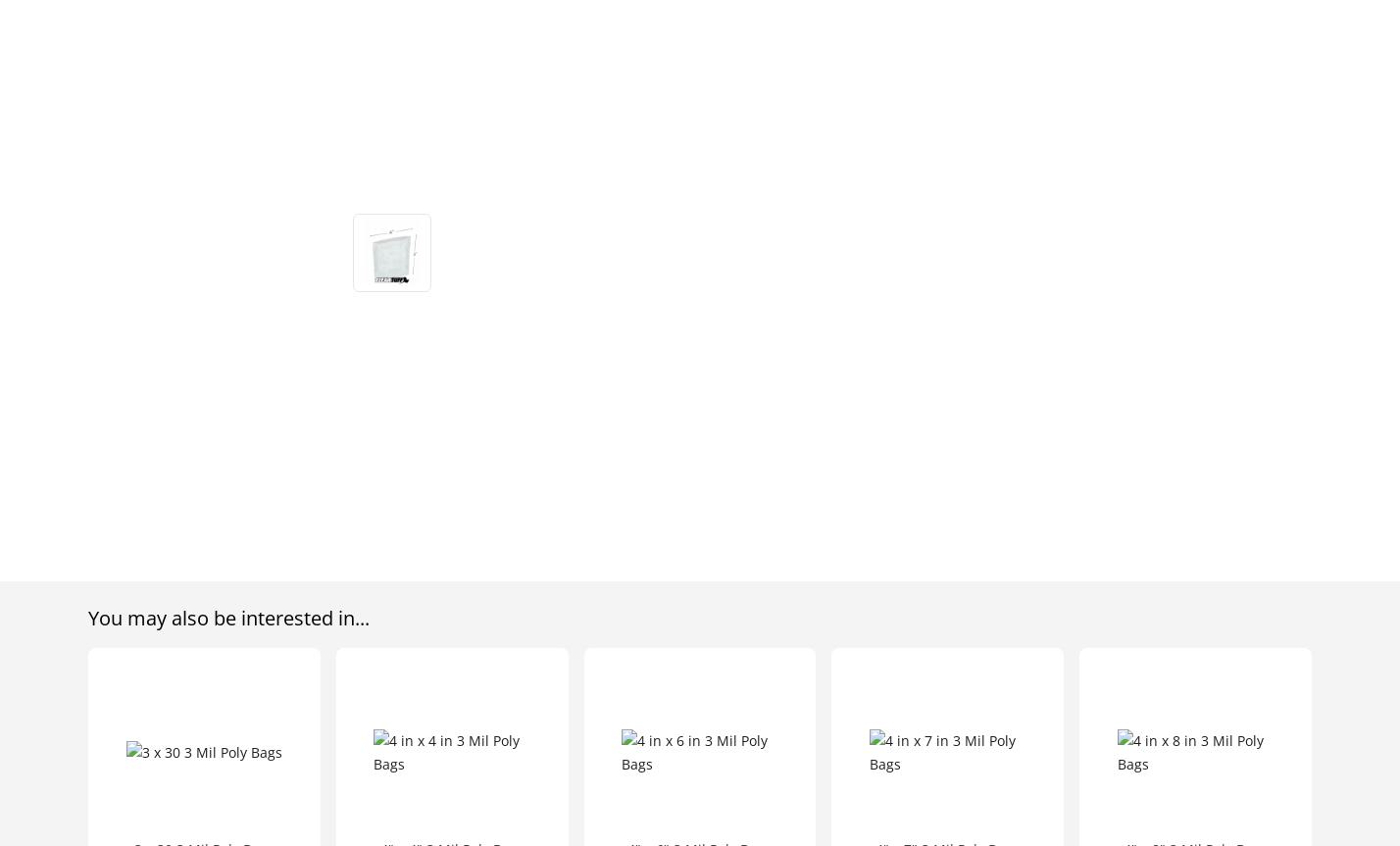  I want to click on 'My Account', so click(456, 69).